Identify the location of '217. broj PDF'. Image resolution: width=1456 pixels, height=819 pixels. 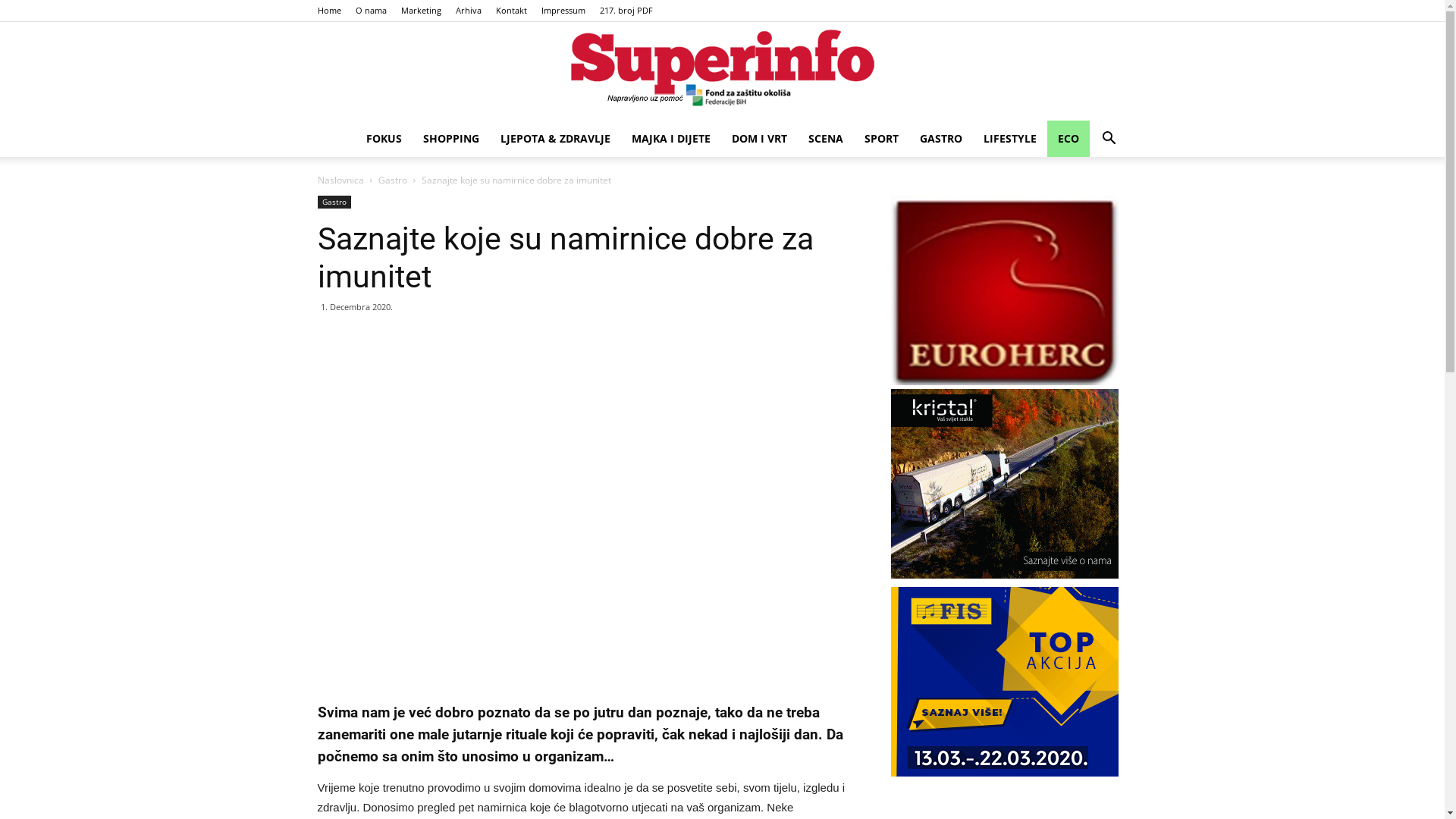
(626, 10).